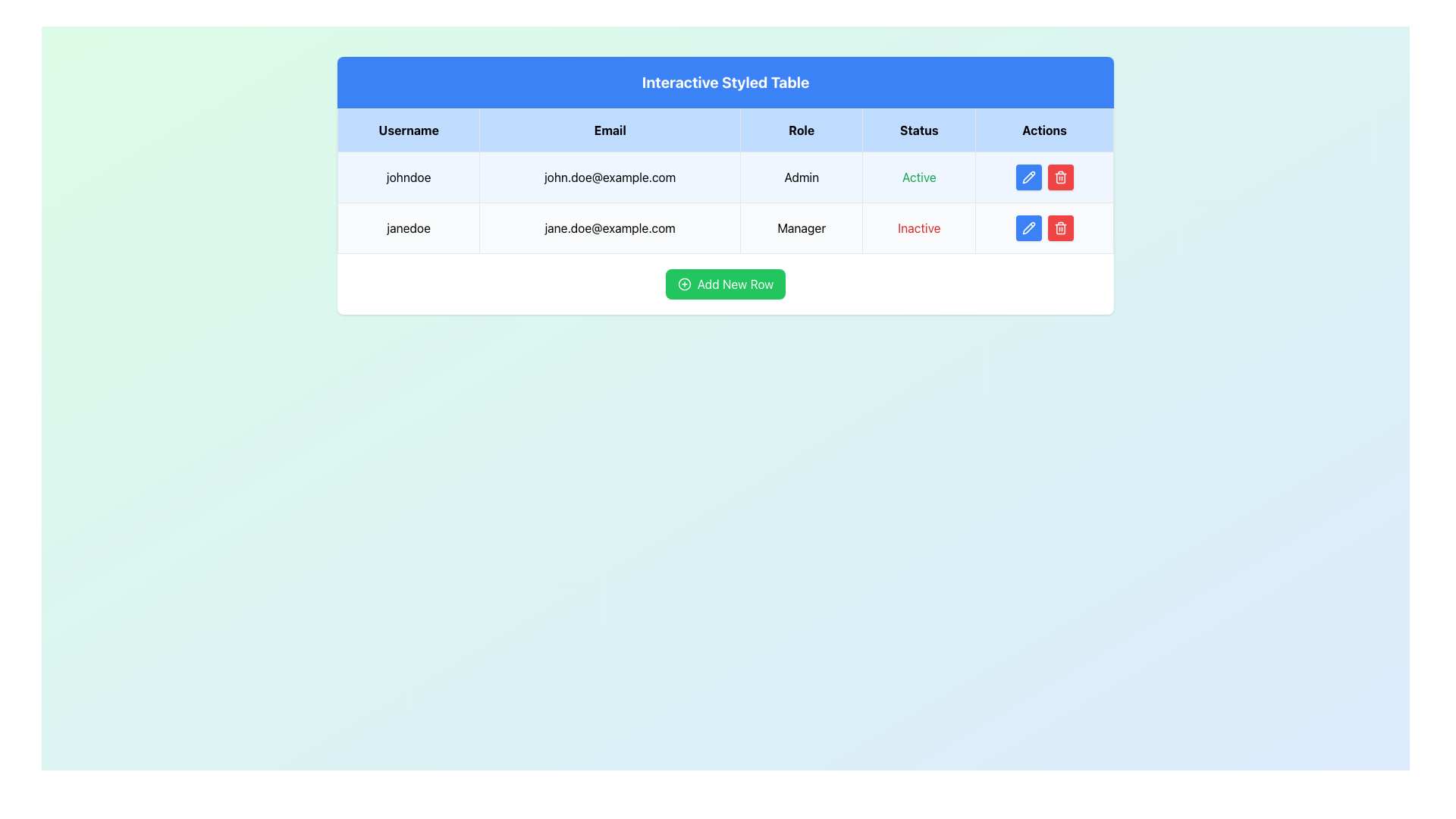  I want to click on the editing button icon in the 'Actions' column of the second row of the table, so click(1028, 177).